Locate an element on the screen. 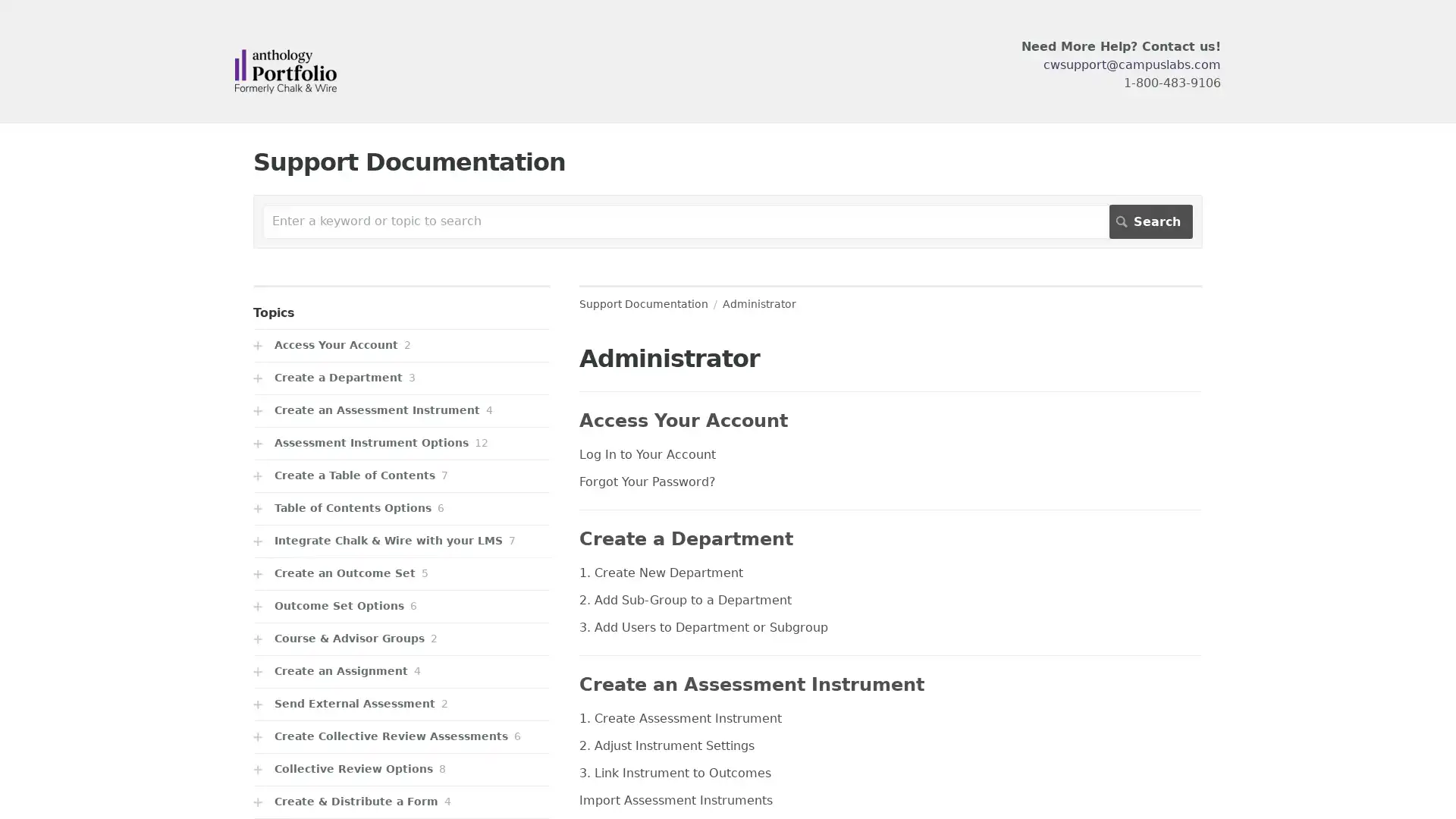 Image resolution: width=1456 pixels, height=819 pixels. Access Your Account 2 is located at coordinates (401, 345).